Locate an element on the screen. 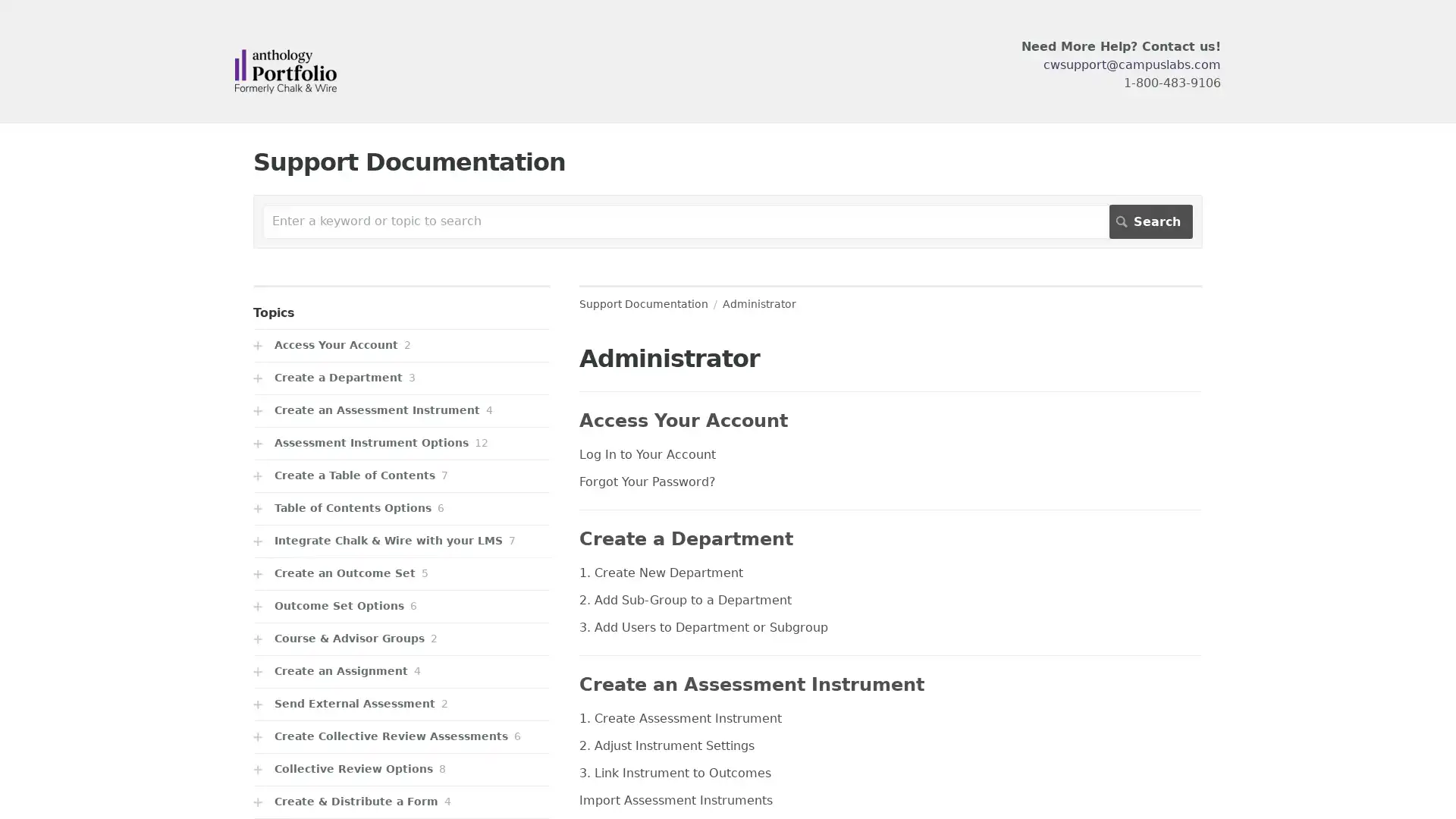 Image resolution: width=1456 pixels, height=819 pixels. Access Your Account 2 is located at coordinates (401, 345).